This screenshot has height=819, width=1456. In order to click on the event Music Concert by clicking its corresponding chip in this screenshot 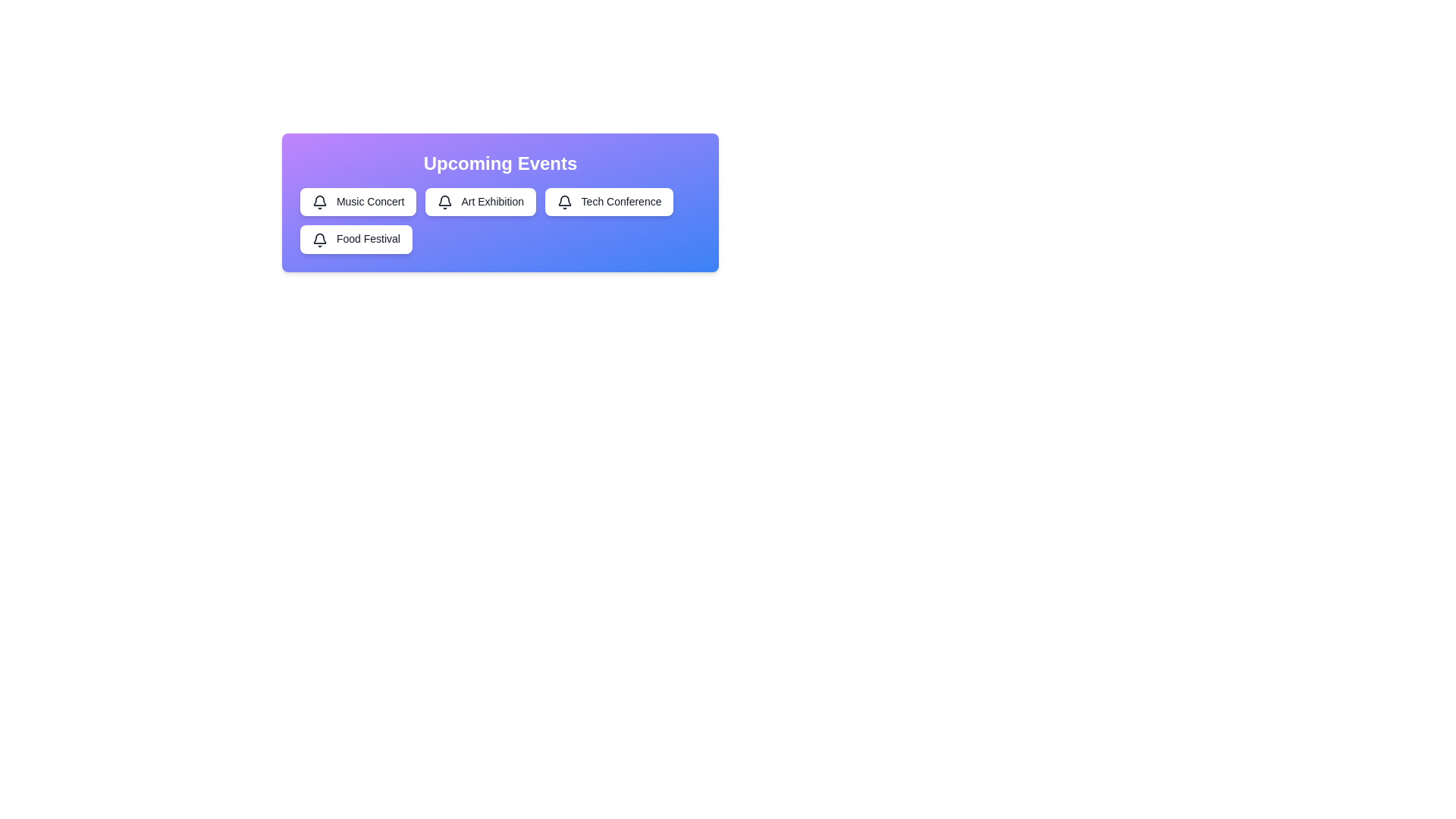, I will do `click(357, 201)`.